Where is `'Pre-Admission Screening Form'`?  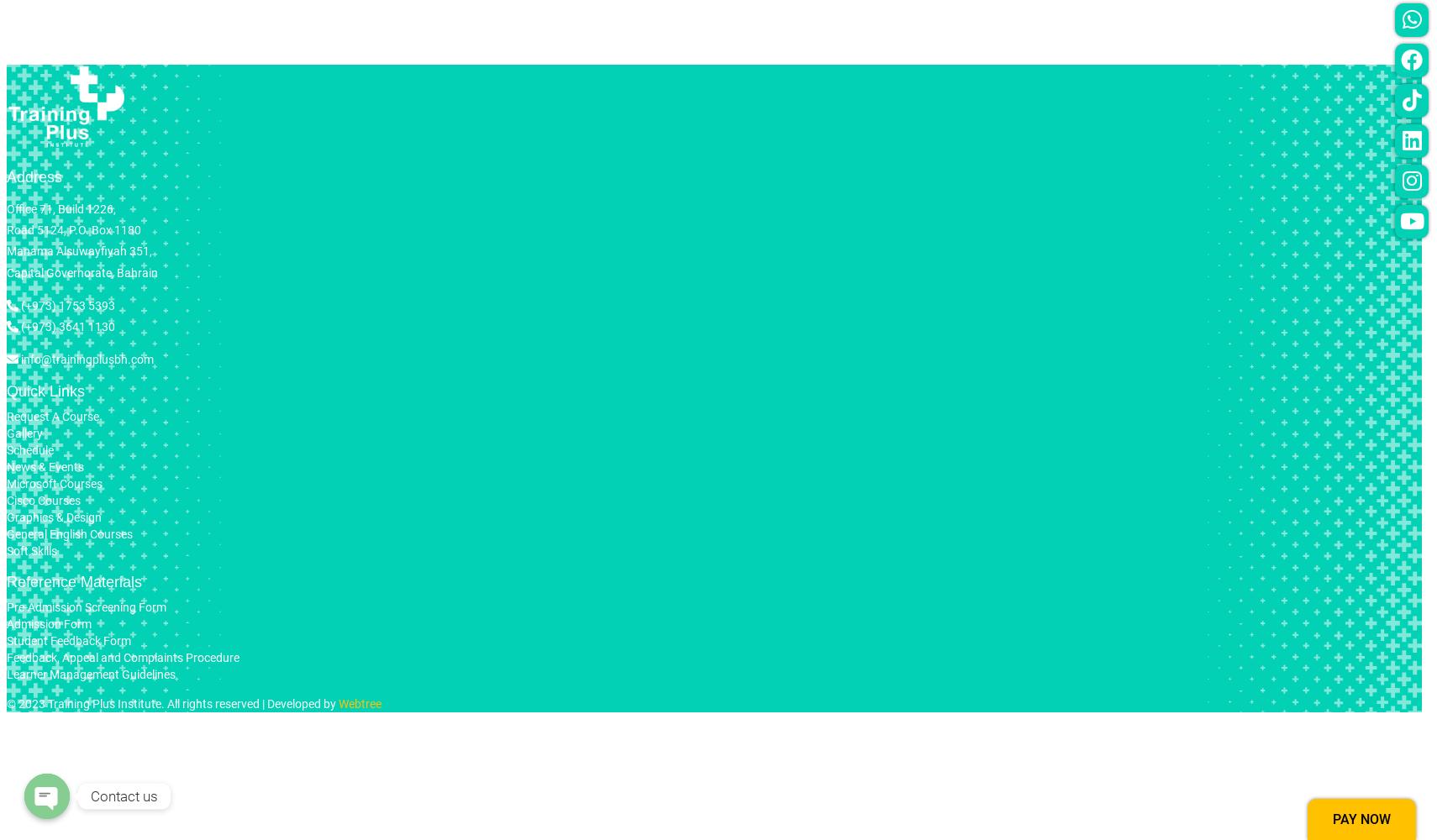 'Pre-Admission Screening Form' is located at coordinates (85, 606).